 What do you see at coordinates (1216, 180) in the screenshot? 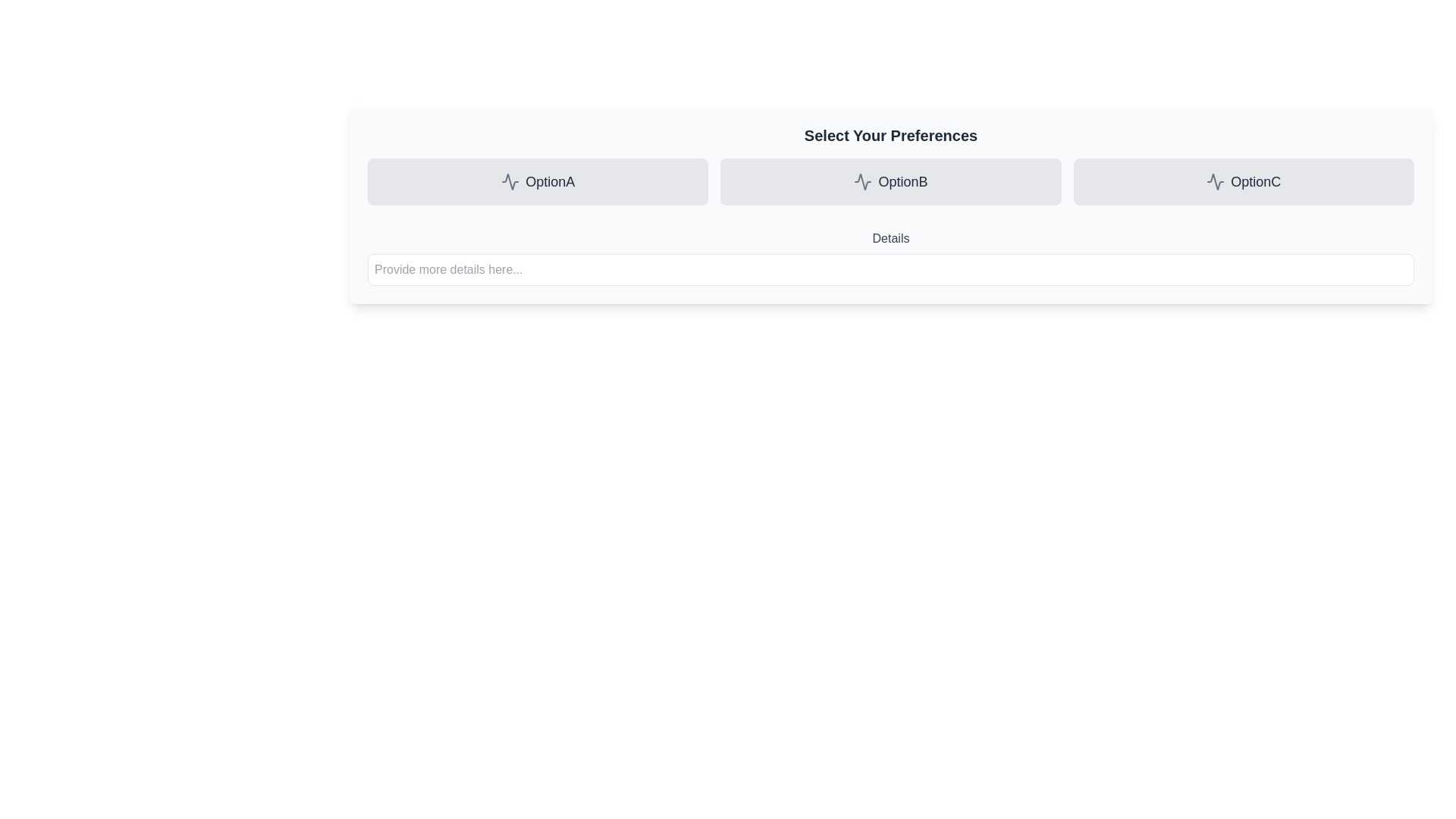
I see `the icon that visually indicates the 'OptionC' button, which is positioned to the left of the button label text` at bounding box center [1216, 180].